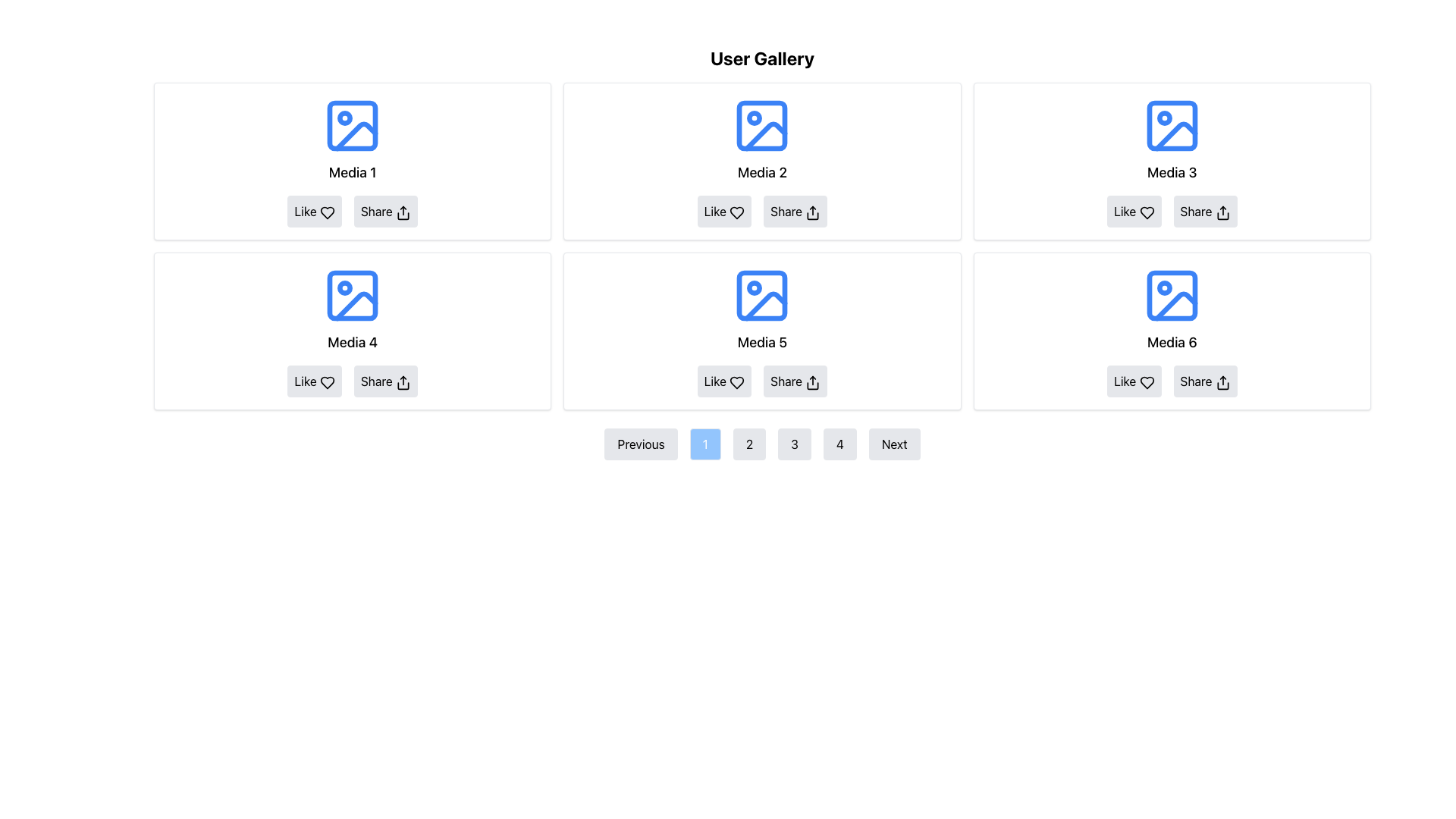 The image size is (1456, 819). Describe the element at coordinates (1171, 295) in the screenshot. I see `the icon element styled as an outlined image with a mountain and sun, located in the bottom-right cell of the media items grid` at that location.